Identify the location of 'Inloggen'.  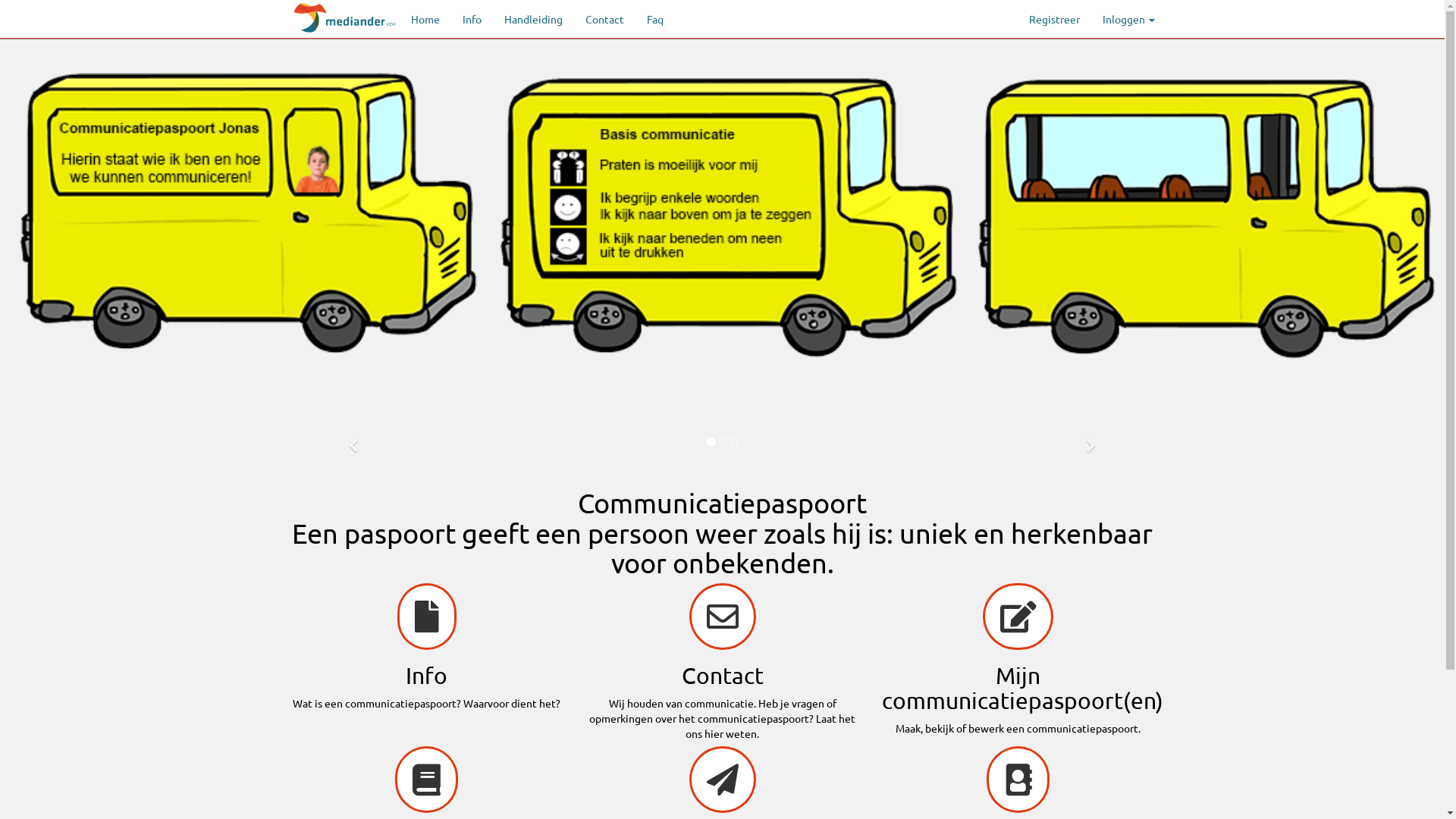
(1128, 18).